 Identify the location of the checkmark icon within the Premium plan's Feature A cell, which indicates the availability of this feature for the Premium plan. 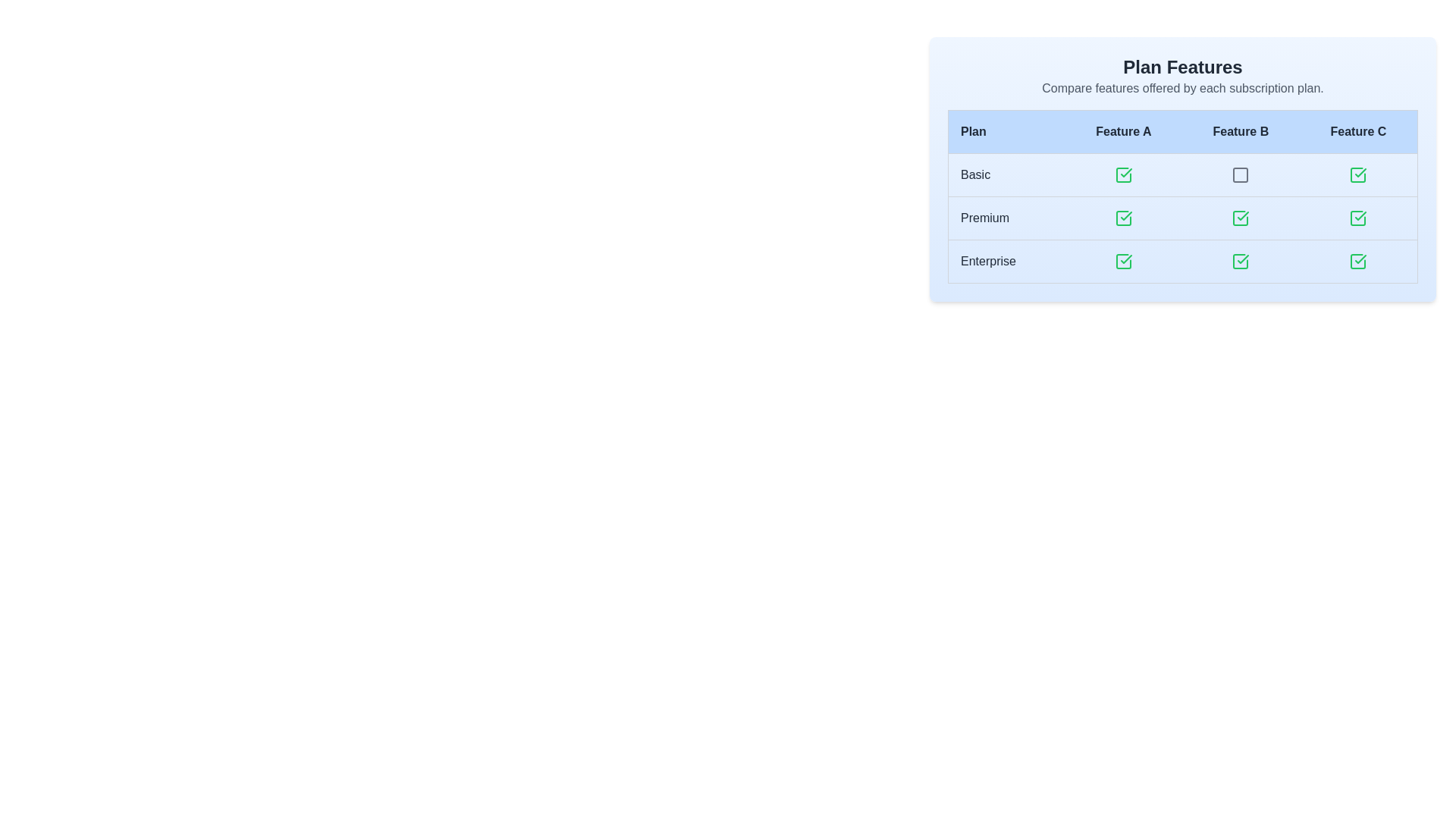
(1123, 218).